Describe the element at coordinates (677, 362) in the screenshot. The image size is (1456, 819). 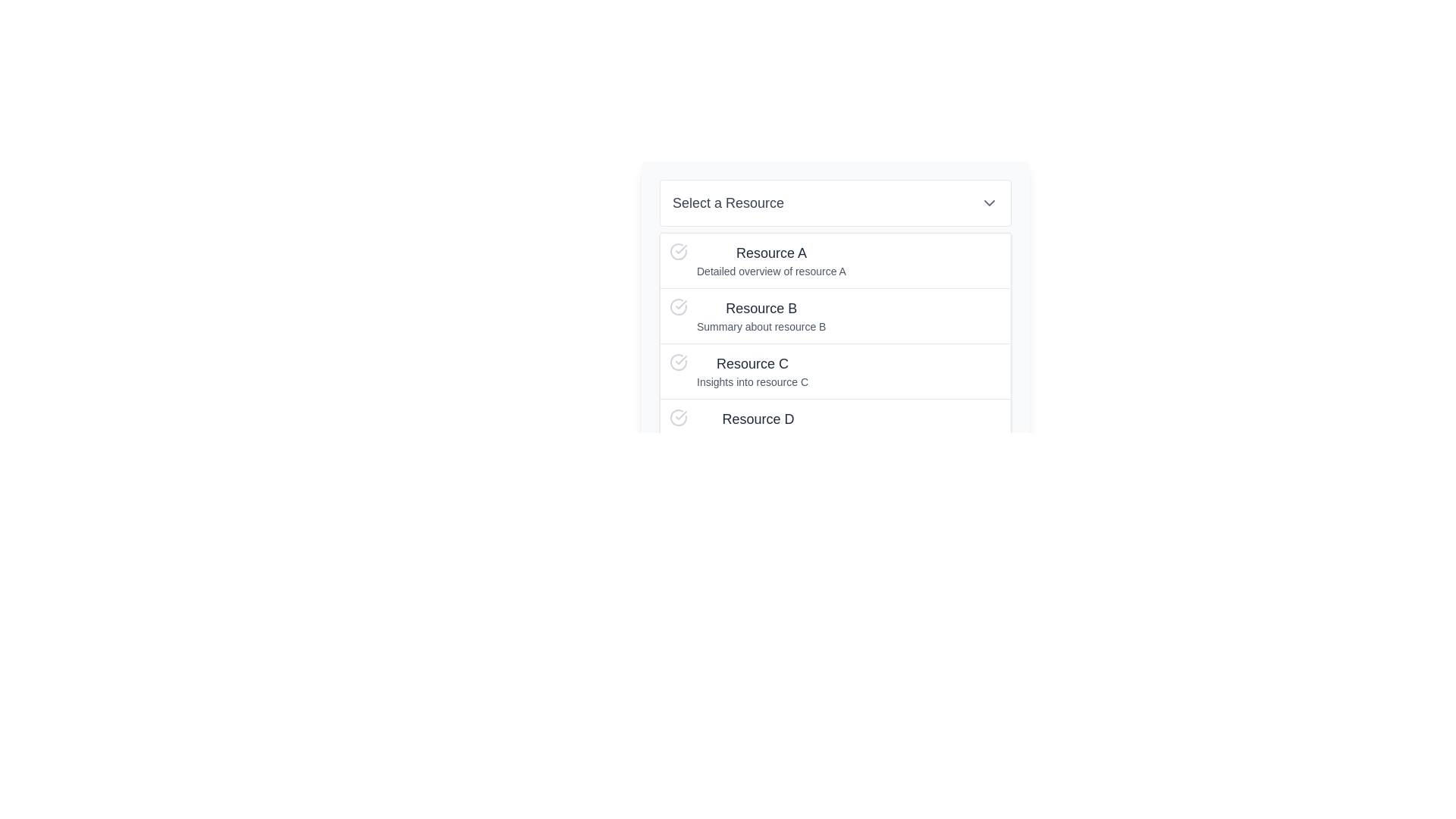
I see `the icon with a circular outline and checkmark inside, located to the left of the text 'Resource C' and 'Insights into resource C'` at that location.